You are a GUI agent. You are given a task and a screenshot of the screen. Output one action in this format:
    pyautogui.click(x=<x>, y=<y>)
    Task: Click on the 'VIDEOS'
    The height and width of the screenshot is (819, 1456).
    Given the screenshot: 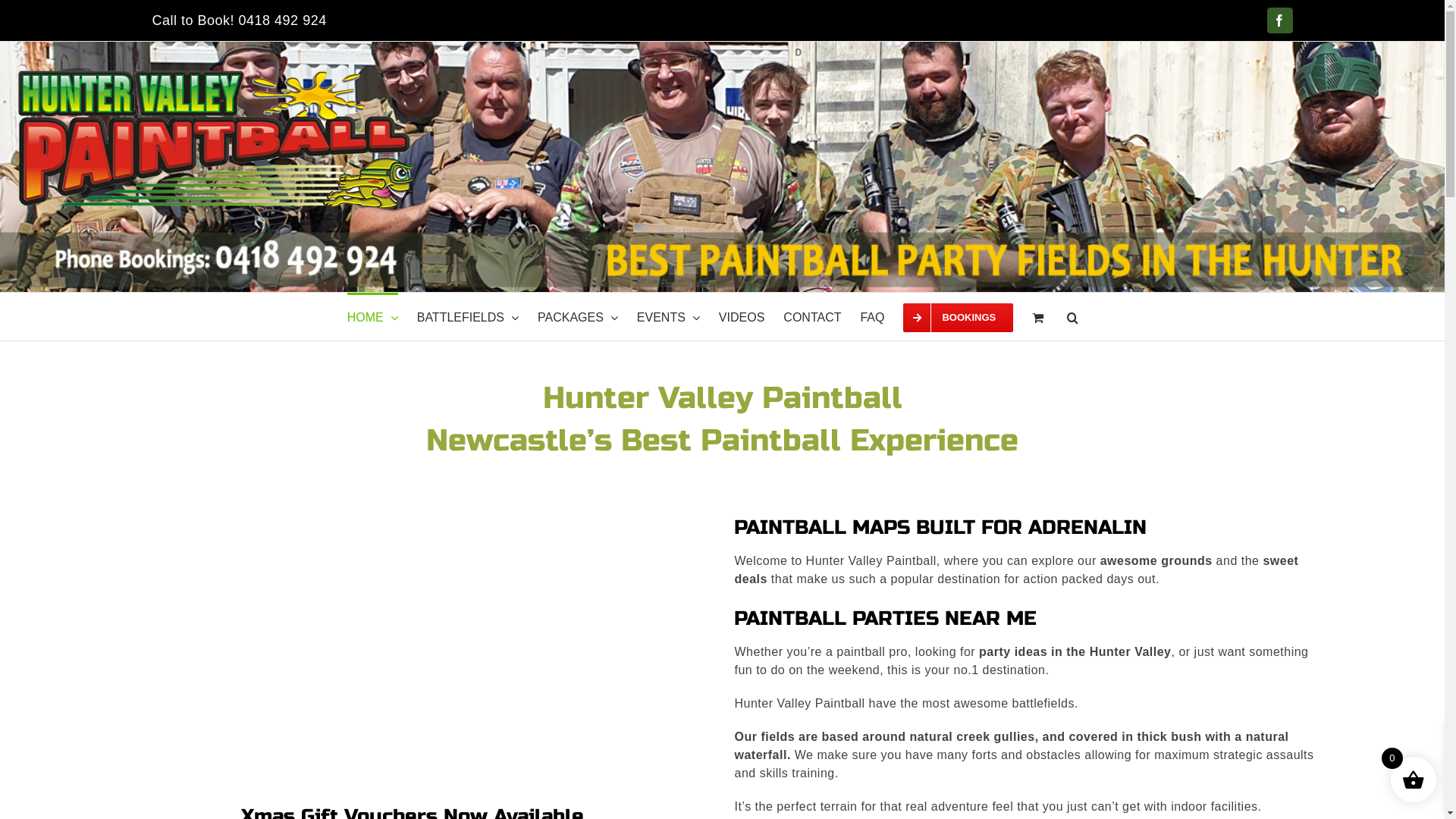 What is the action you would take?
    pyautogui.click(x=742, y=315)
    